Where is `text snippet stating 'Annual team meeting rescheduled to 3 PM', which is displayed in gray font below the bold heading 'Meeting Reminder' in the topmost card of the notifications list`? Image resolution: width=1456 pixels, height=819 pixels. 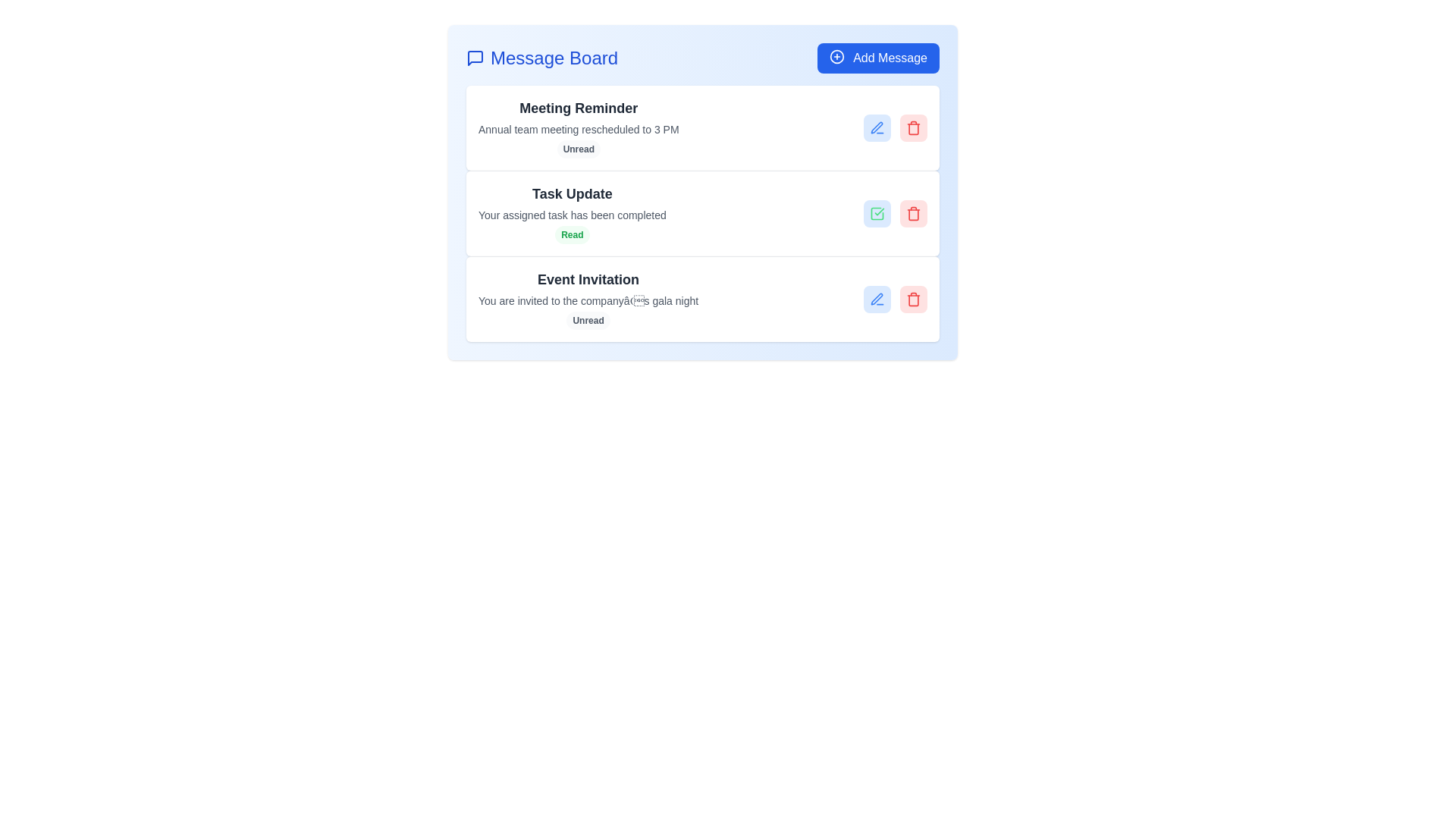 text snippet stating 'Annual team meeting rescheduled to 3 PM', which is displayed in gray font below the bold heading 'Meeting Reminder' in the topmost card of the notifications list is located at coordinates (578, 128).